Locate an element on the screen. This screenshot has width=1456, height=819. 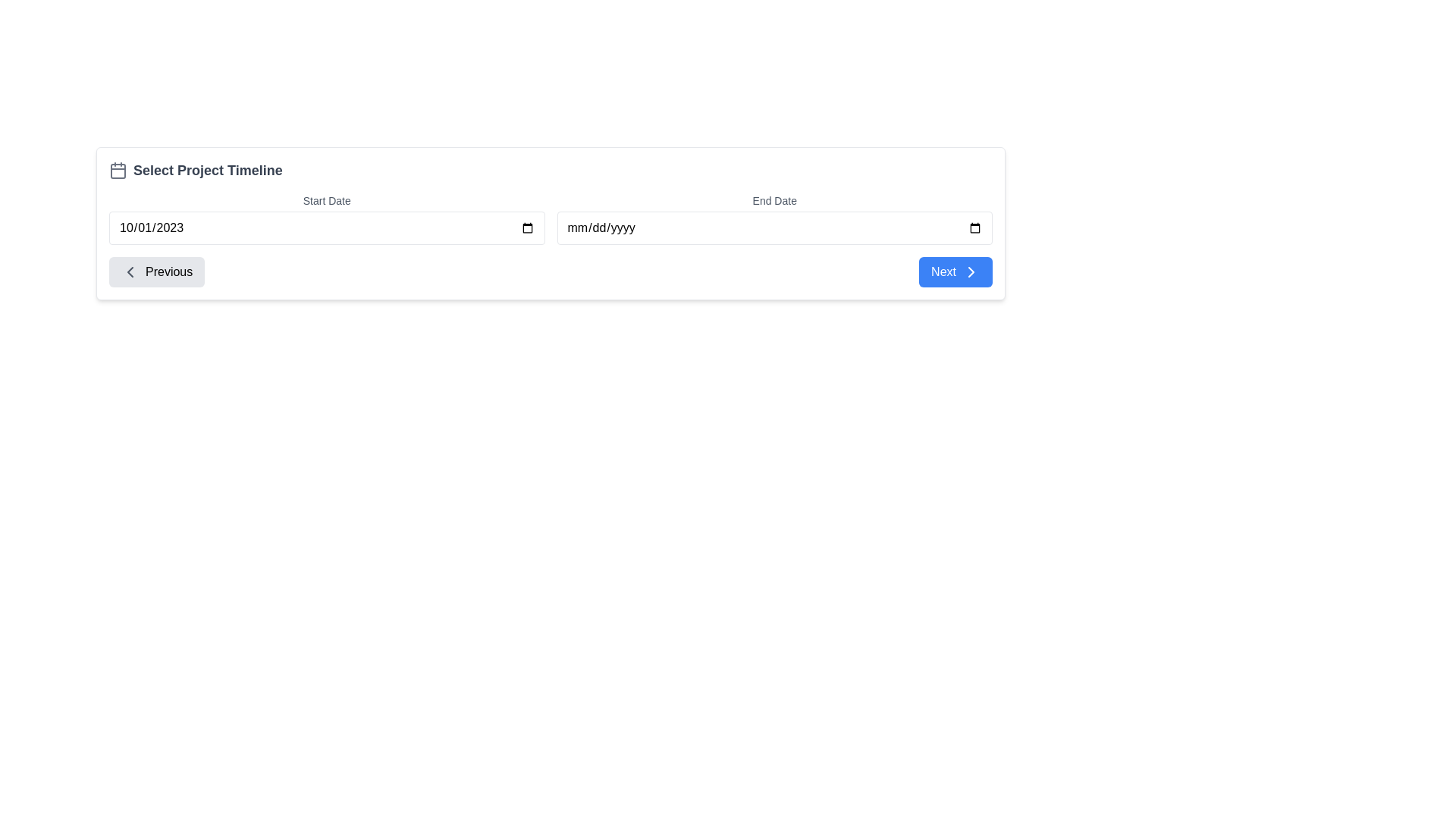
the main decorative graphical component of the calendar icon located next to the 'Select Project Timeline' label is located at coordinates (118, 171).